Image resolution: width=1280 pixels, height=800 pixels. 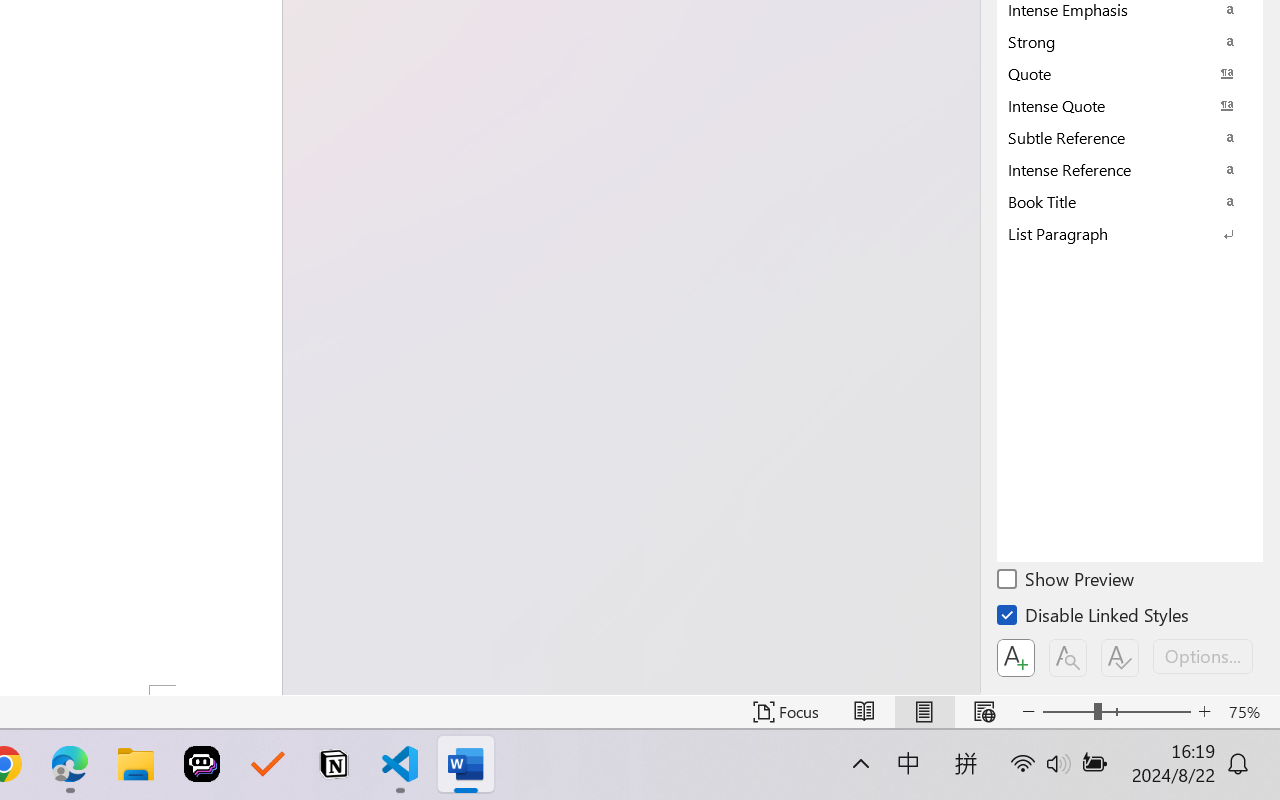 I want to click on 'Book Title', so click(x=1130, y=201).